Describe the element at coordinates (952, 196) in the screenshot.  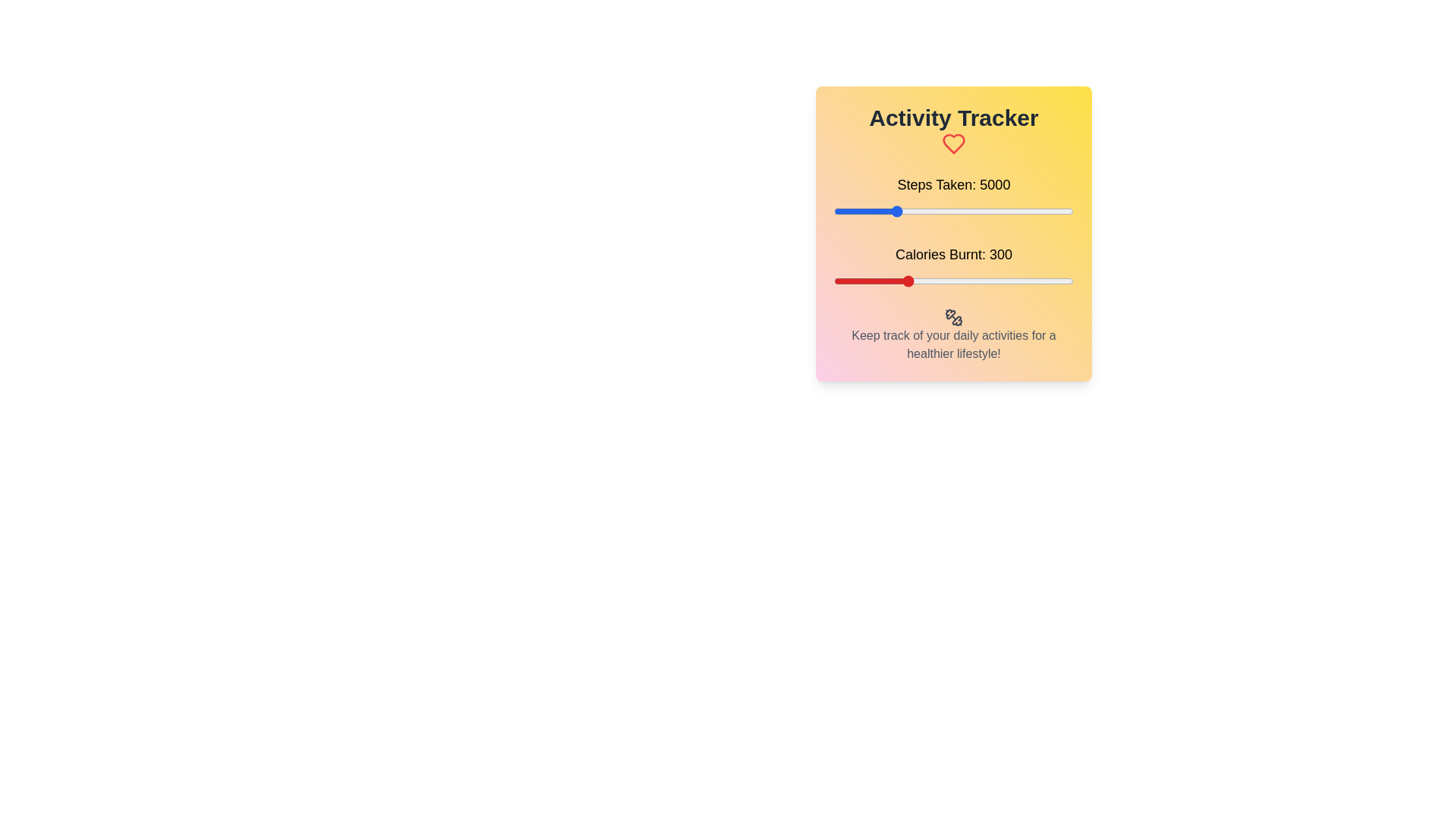
I see `the handle of the blue and gray slider labeled 'Steps Taken: 5000'` at that location.